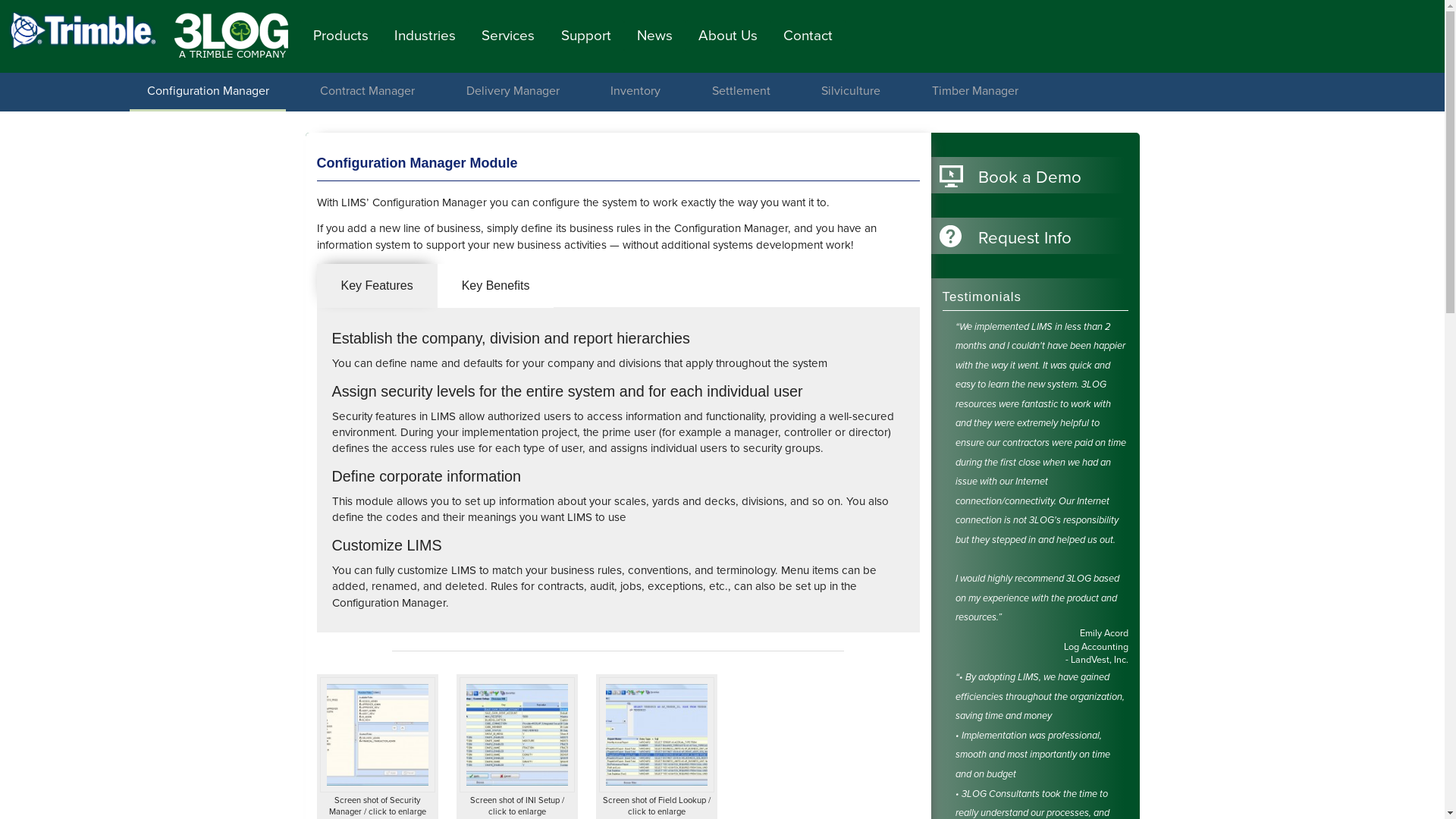 Image resolution: width=1456 pixels, height=819 pixels. Describe the element at coordinates (635, 90) in the screenshot. I see `'Inventory'` at that location.